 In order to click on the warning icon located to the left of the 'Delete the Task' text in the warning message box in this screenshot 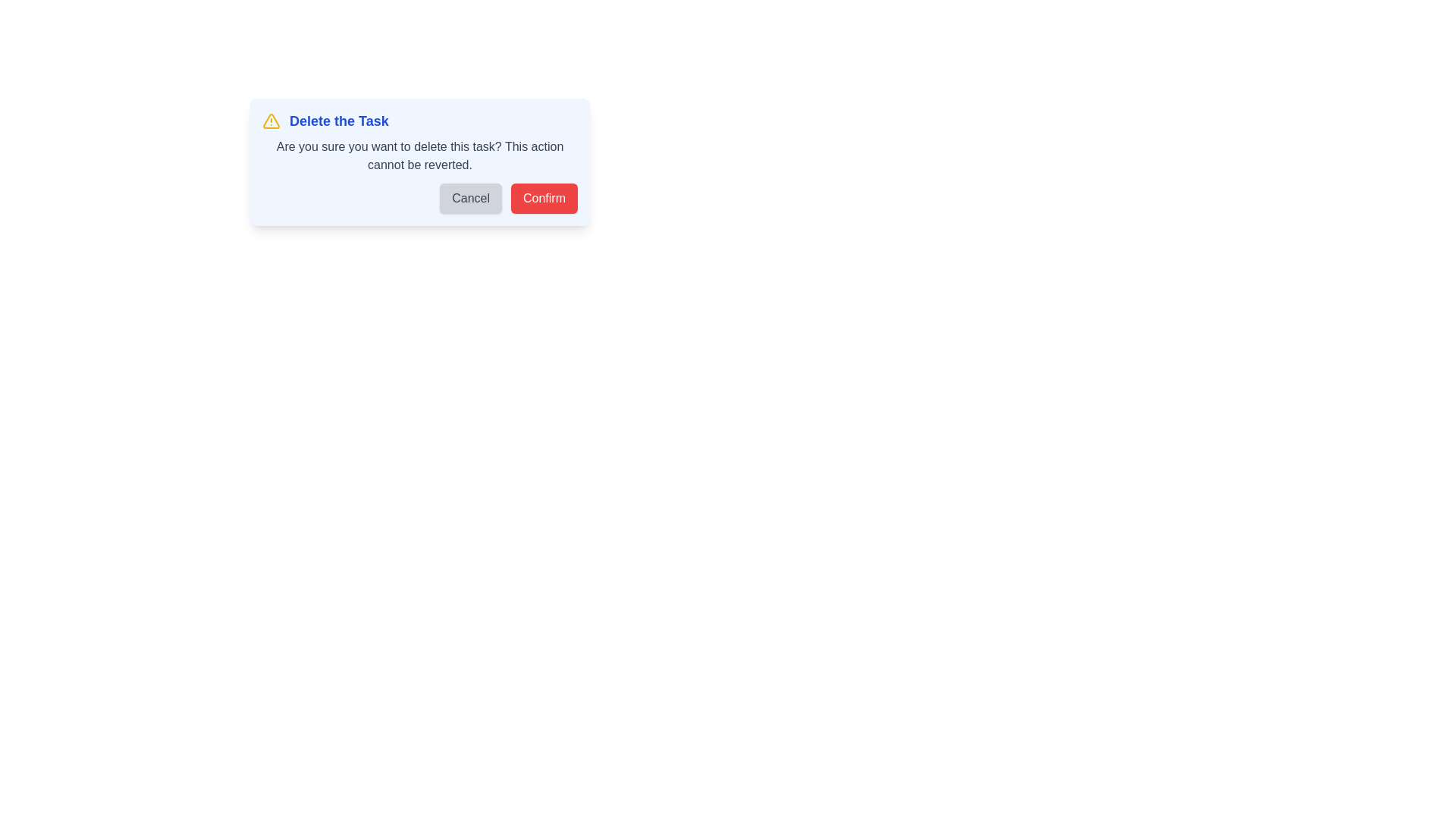, I will do `click(271, 120)`.